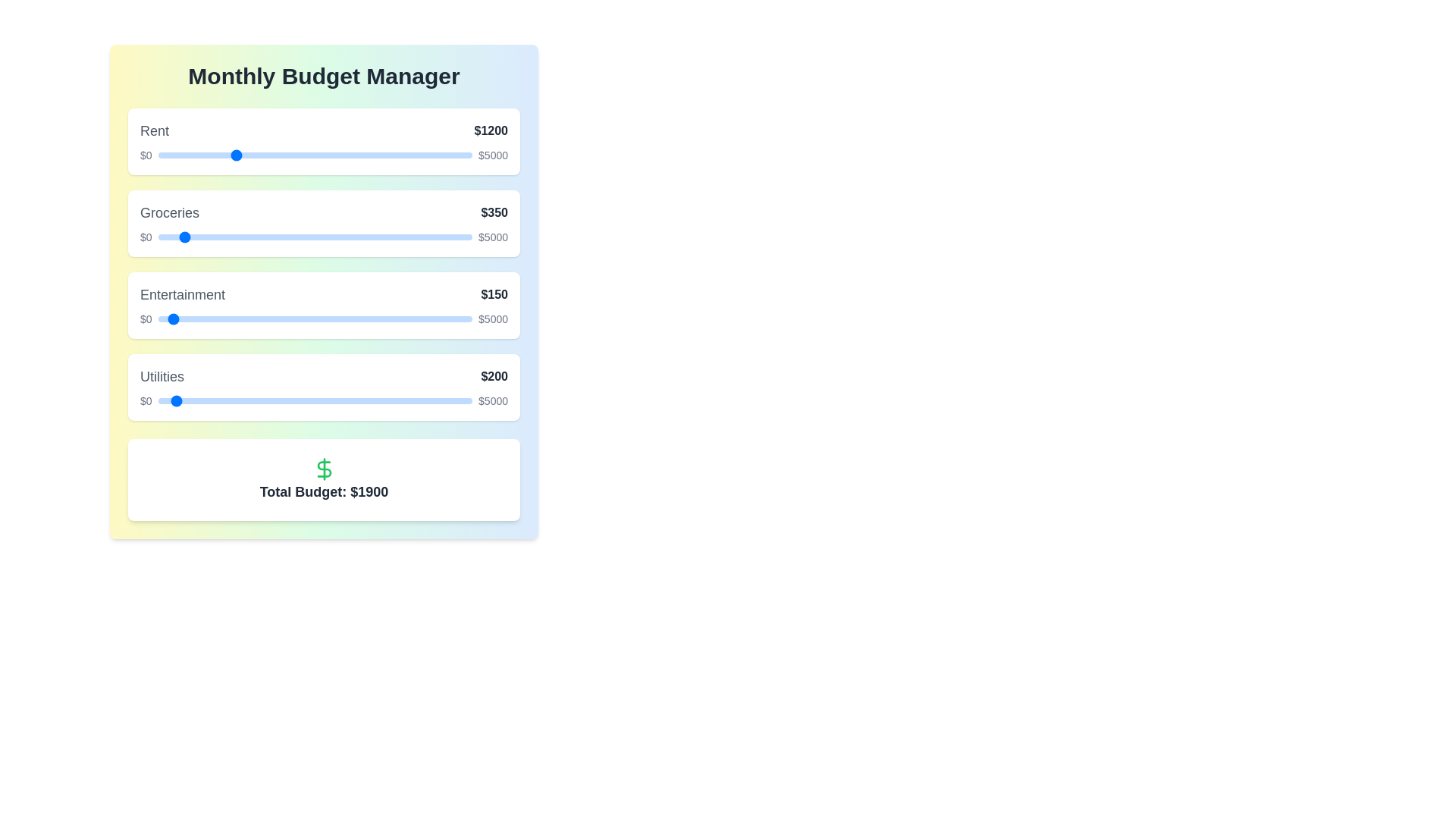 The width and height of the screenshot is (1456, 819). Describe the element at coordinates (161, 318) in the screenshot. I see `the value of the slider` at that location.